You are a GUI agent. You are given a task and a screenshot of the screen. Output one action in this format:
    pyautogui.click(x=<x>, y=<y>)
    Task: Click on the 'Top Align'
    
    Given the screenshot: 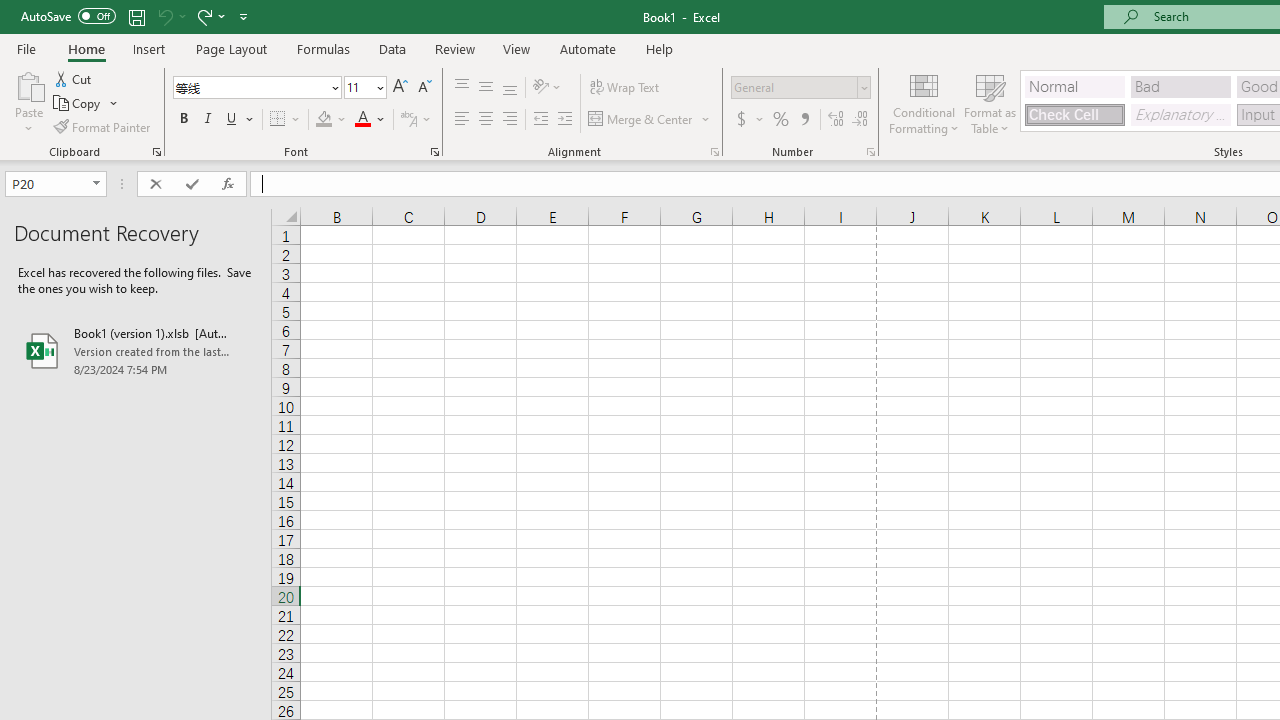 What is the action you would take?
    pyautogui.click(x=461, y=86)
    